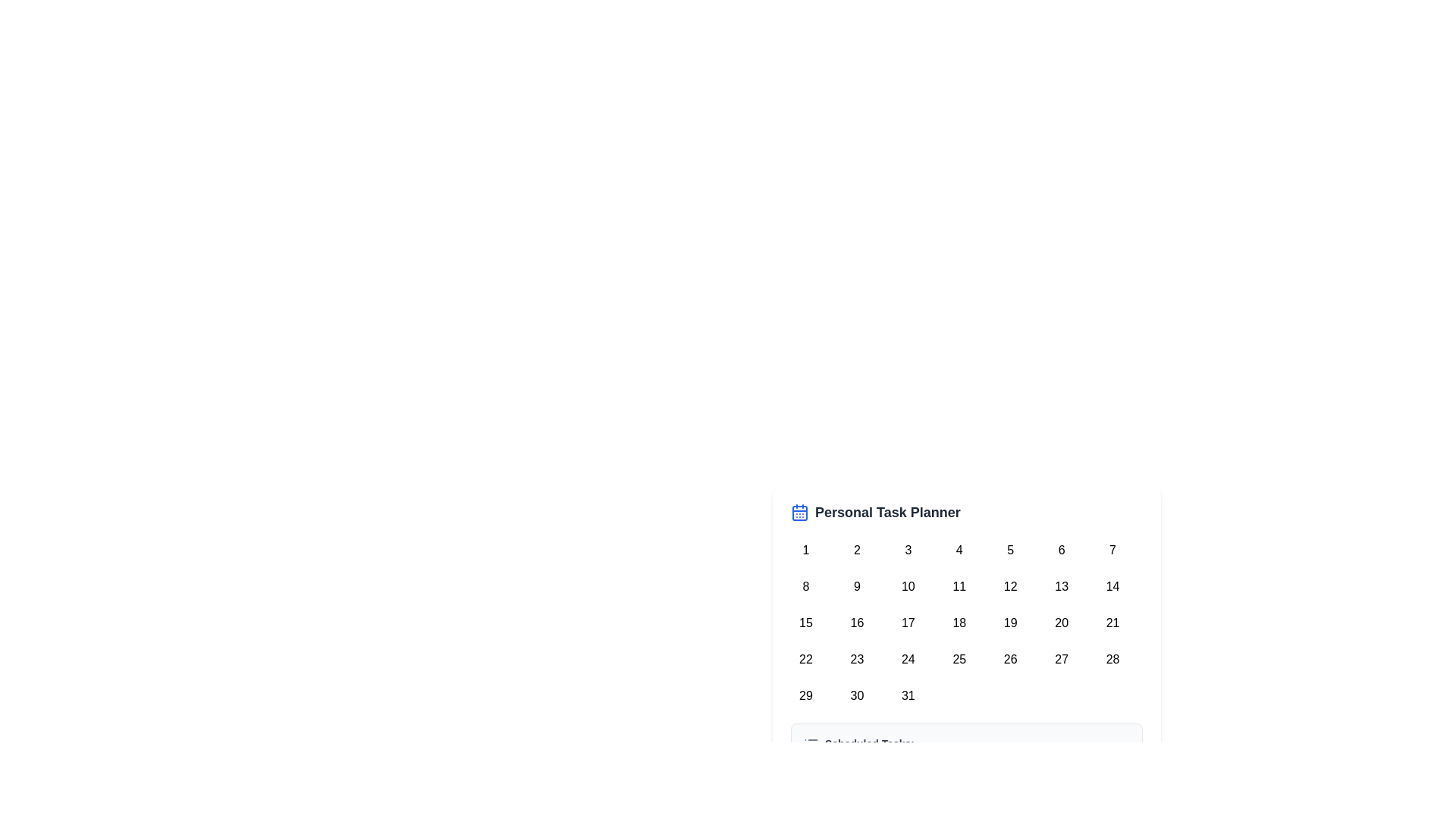  What do you see at coordinates (908, 696) in the screenshot?
I see `the button representing a selectable day in the calendar grid located in the bottom-right corner, specifically the last row and last column` at bounding box center [908, 696].